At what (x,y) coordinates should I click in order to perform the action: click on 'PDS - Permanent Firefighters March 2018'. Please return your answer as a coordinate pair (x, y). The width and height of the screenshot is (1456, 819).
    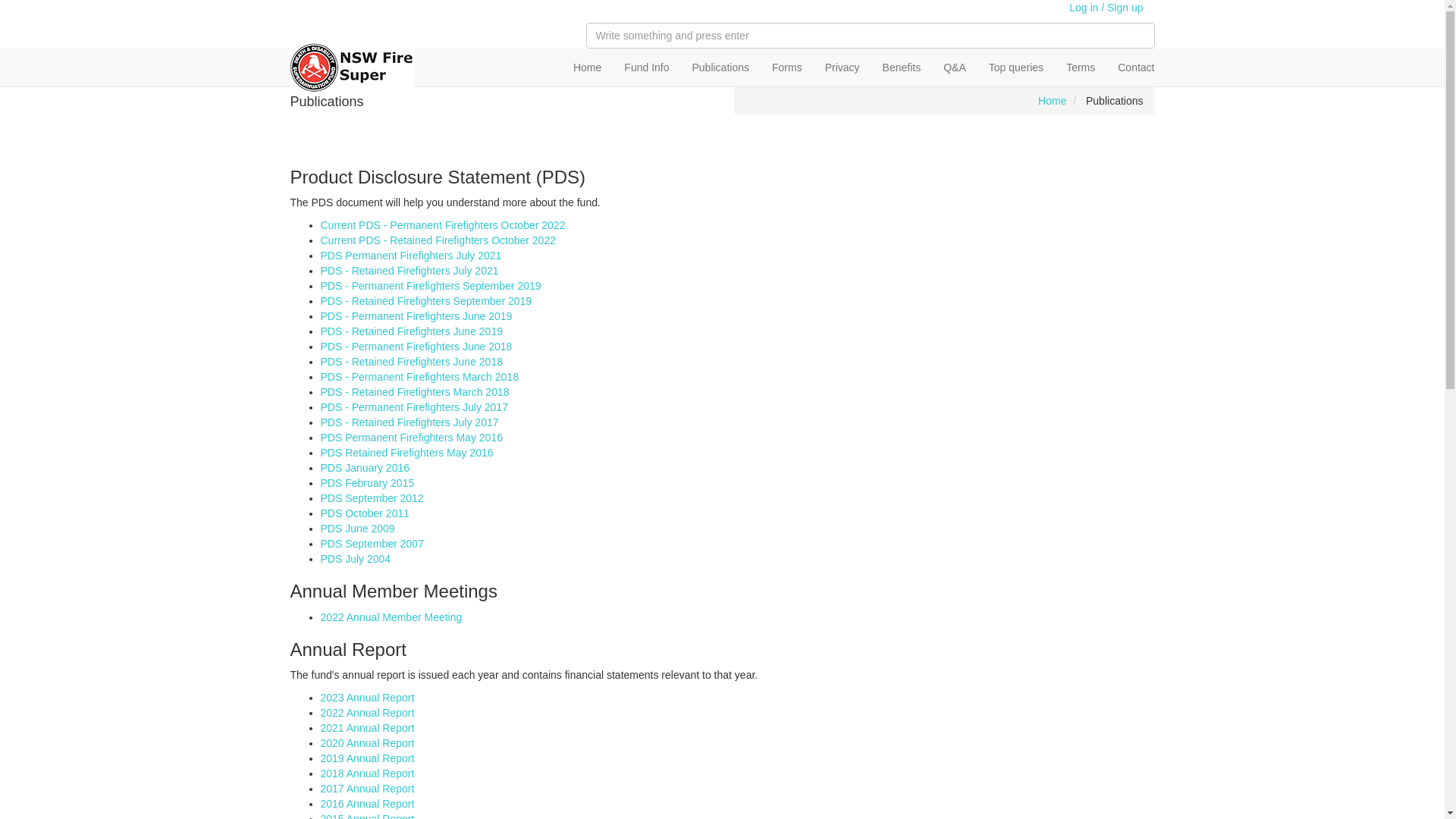
    Looking at the image, I should click on (419, 376).